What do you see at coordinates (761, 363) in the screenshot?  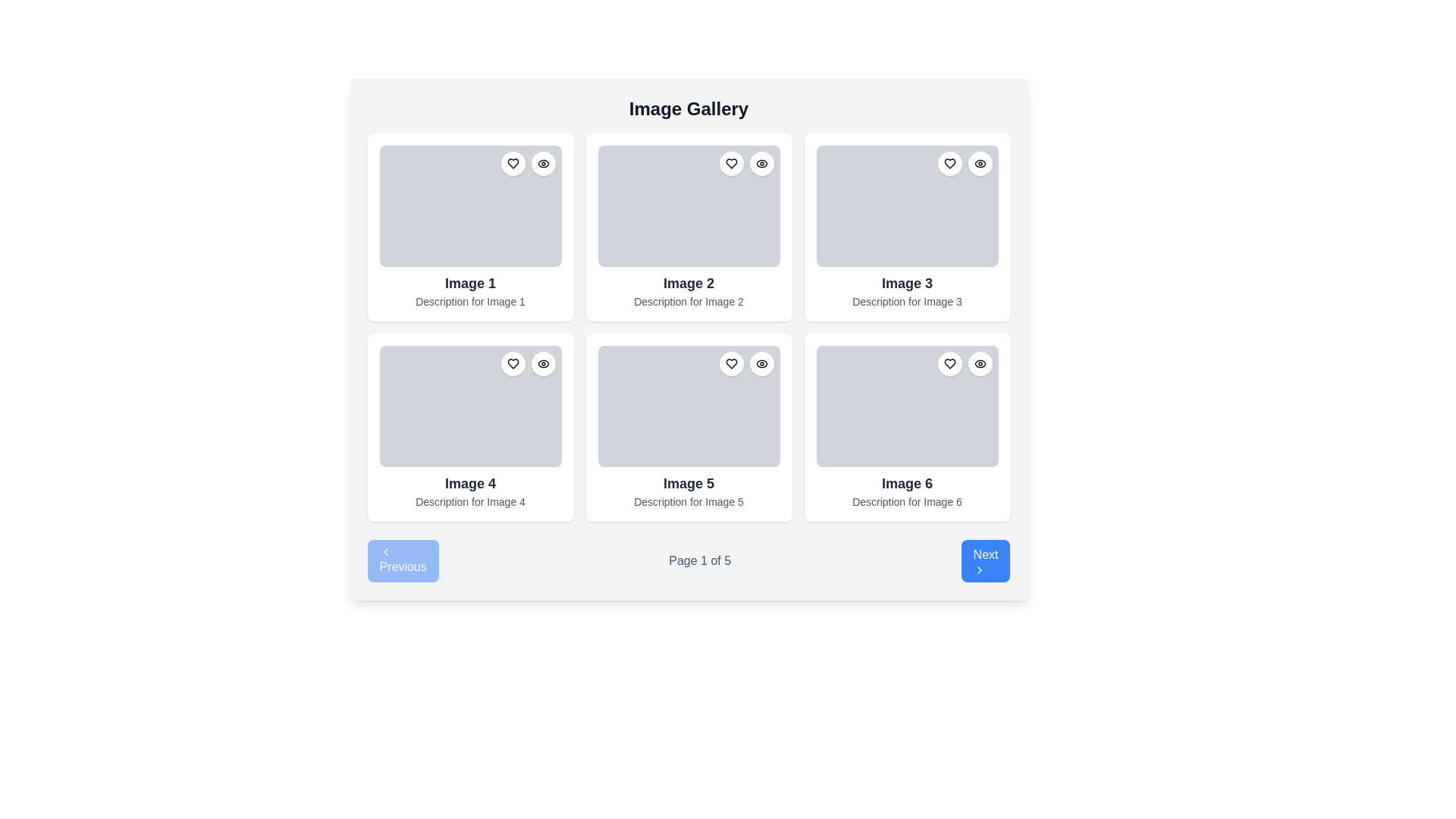 I see `the visibility button located in the upper-right corner of the fifth image in the second row of the image gallery` at bounding box center [761, 363].